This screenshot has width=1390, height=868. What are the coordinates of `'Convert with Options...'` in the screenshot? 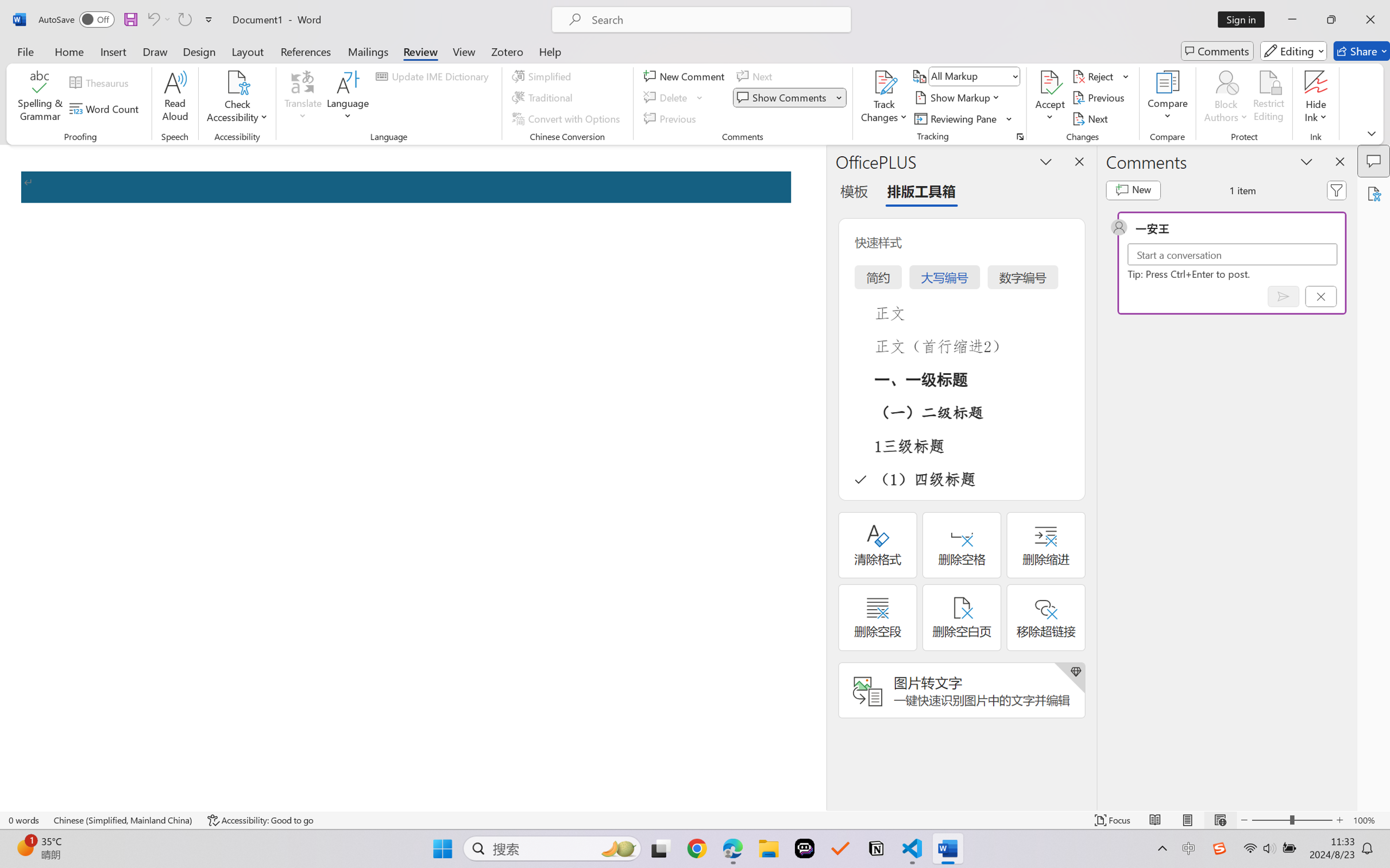 It's located at (567, 119).